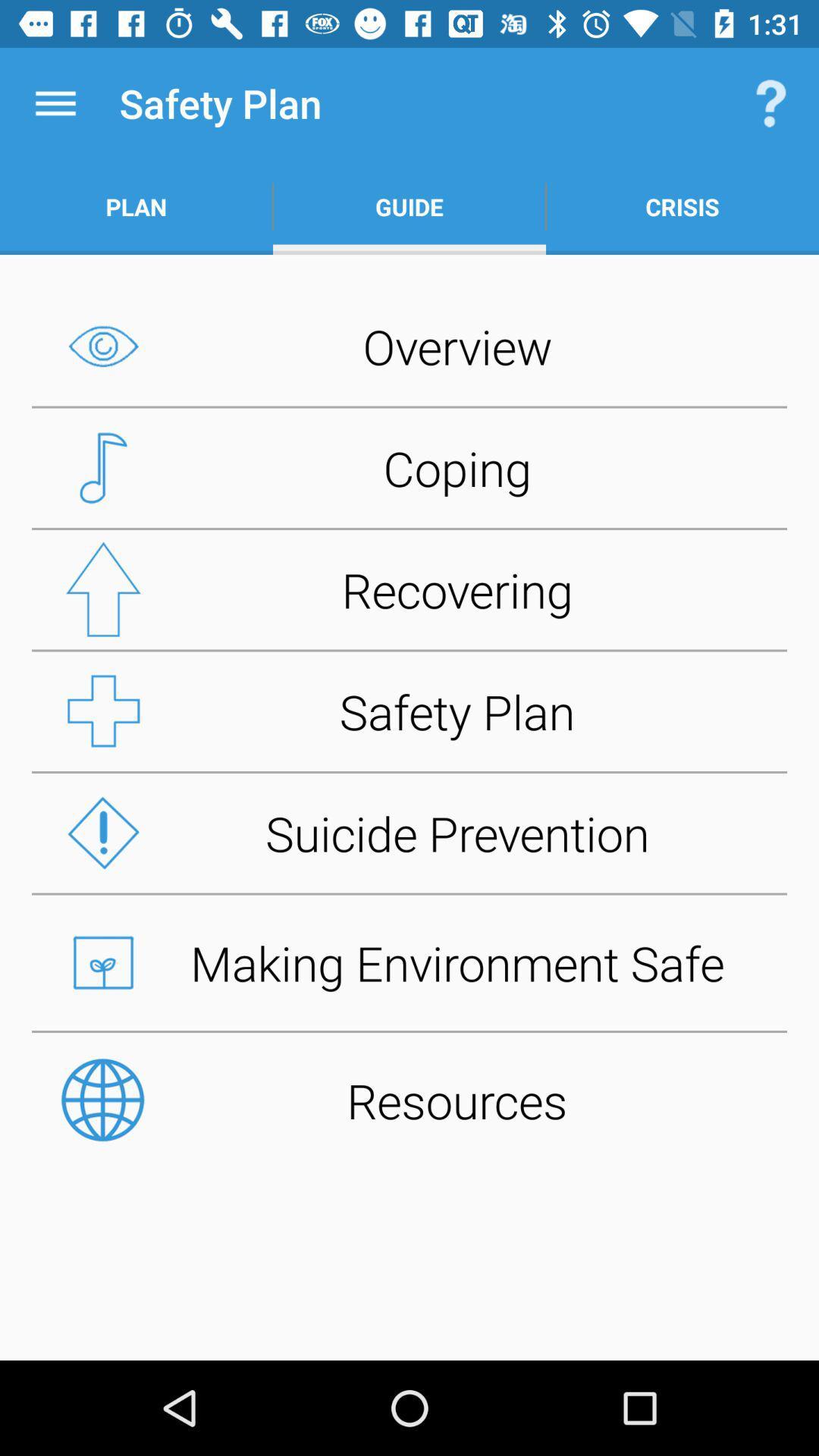 The height and width of the screenshot is (1456, 819). What do you see at coordinates (409, 206) in the screenshot?
I see `guide icon` at bounding box center [409, 206].